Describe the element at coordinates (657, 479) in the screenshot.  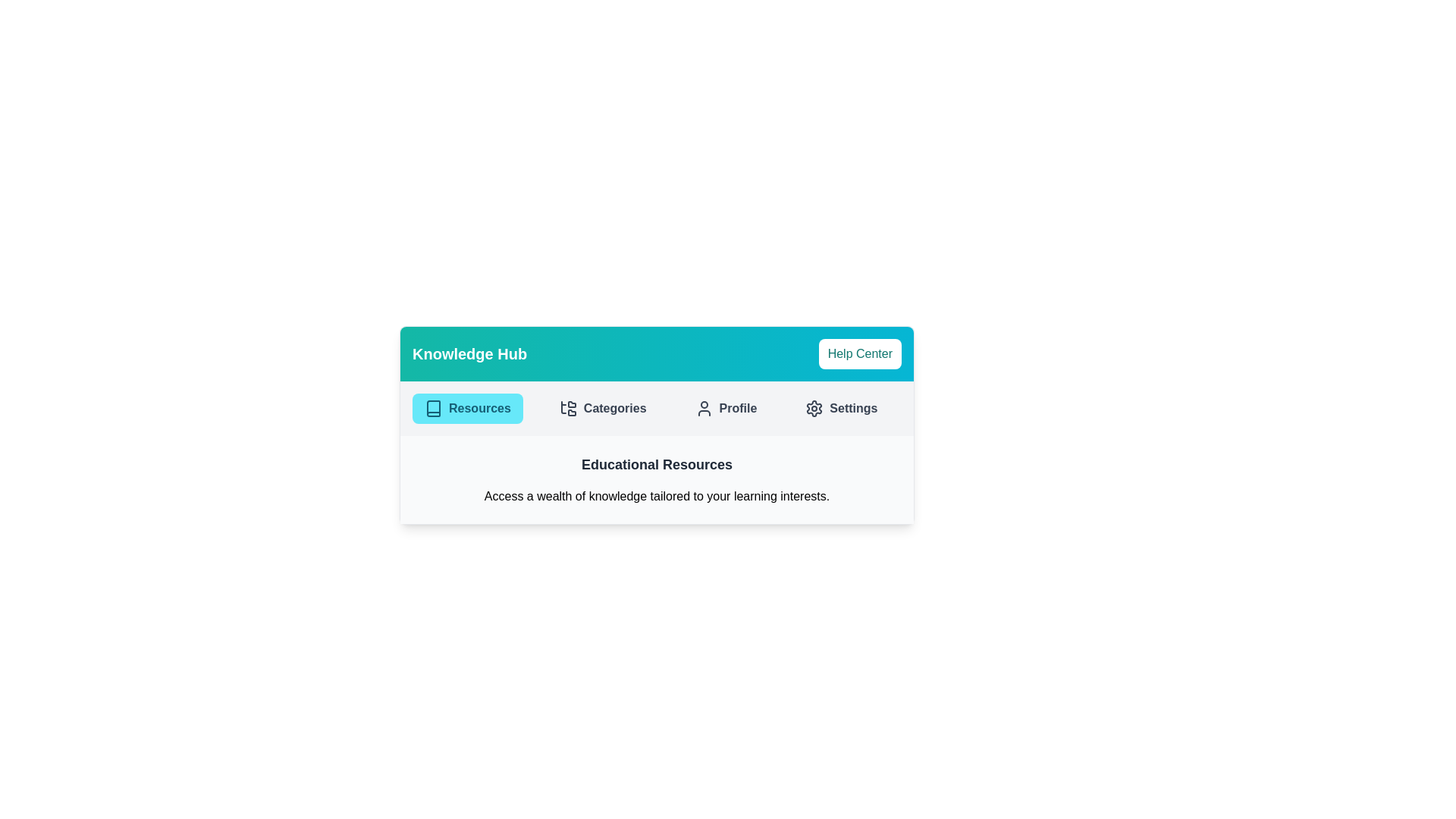
I see `the informational section that provides details about the 'Educational Resources' content, positioned beneath the navigation bar` at that location.